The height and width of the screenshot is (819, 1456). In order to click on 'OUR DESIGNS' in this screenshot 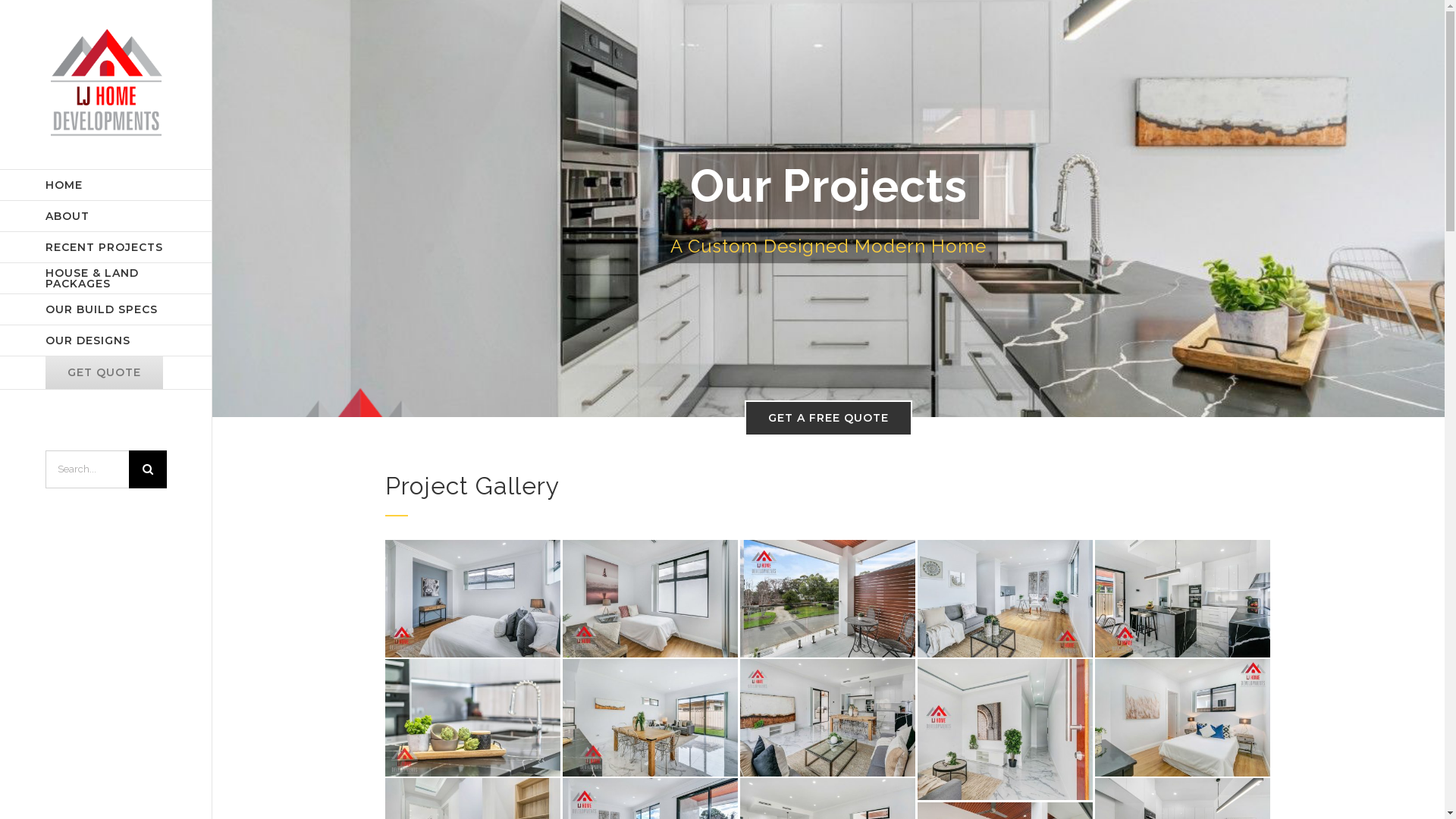, I will do `click(0, 340)`.